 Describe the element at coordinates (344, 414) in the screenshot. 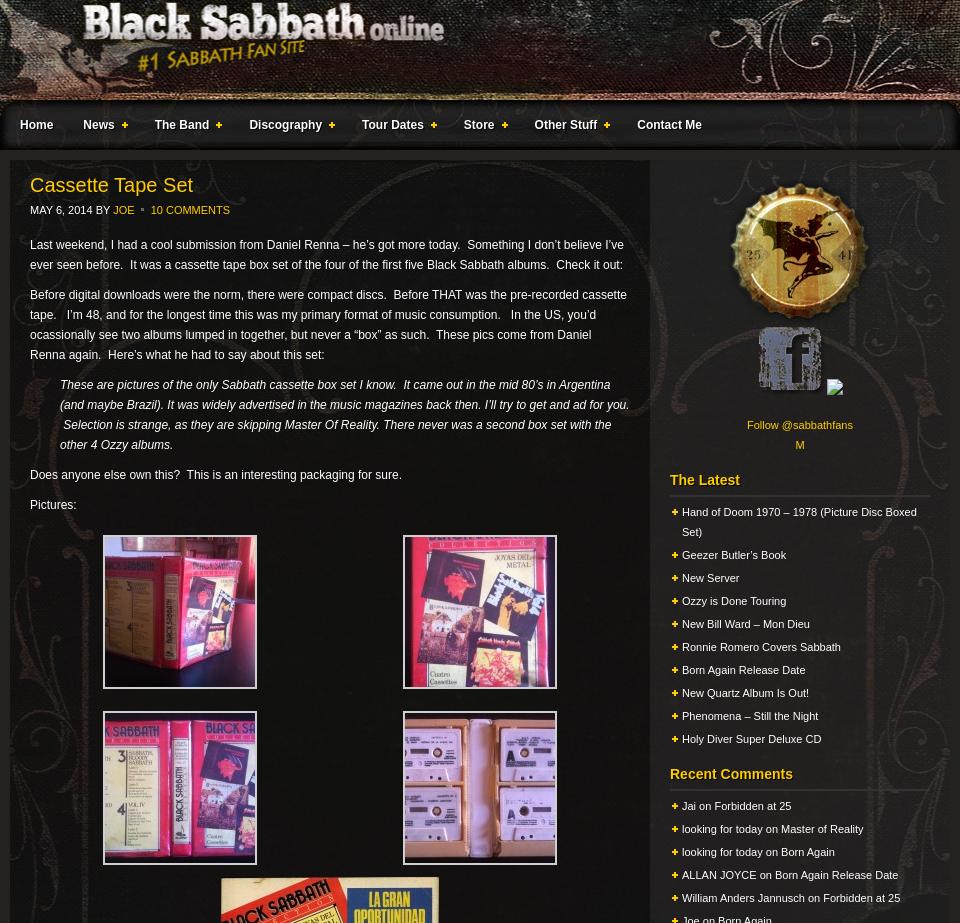

I see `'These are pictures of the only Sabbath cassette box set I know.  It came out in the mid 80’s in Argentina (and maybe Brazil). It was widely advertised in the music magazines back then. I’ll try to get and ad for you.  Selection is strange, as they are skipping Master Of Reality. There never was a second box set with the other 4 Ozzy albums.'` at that location.